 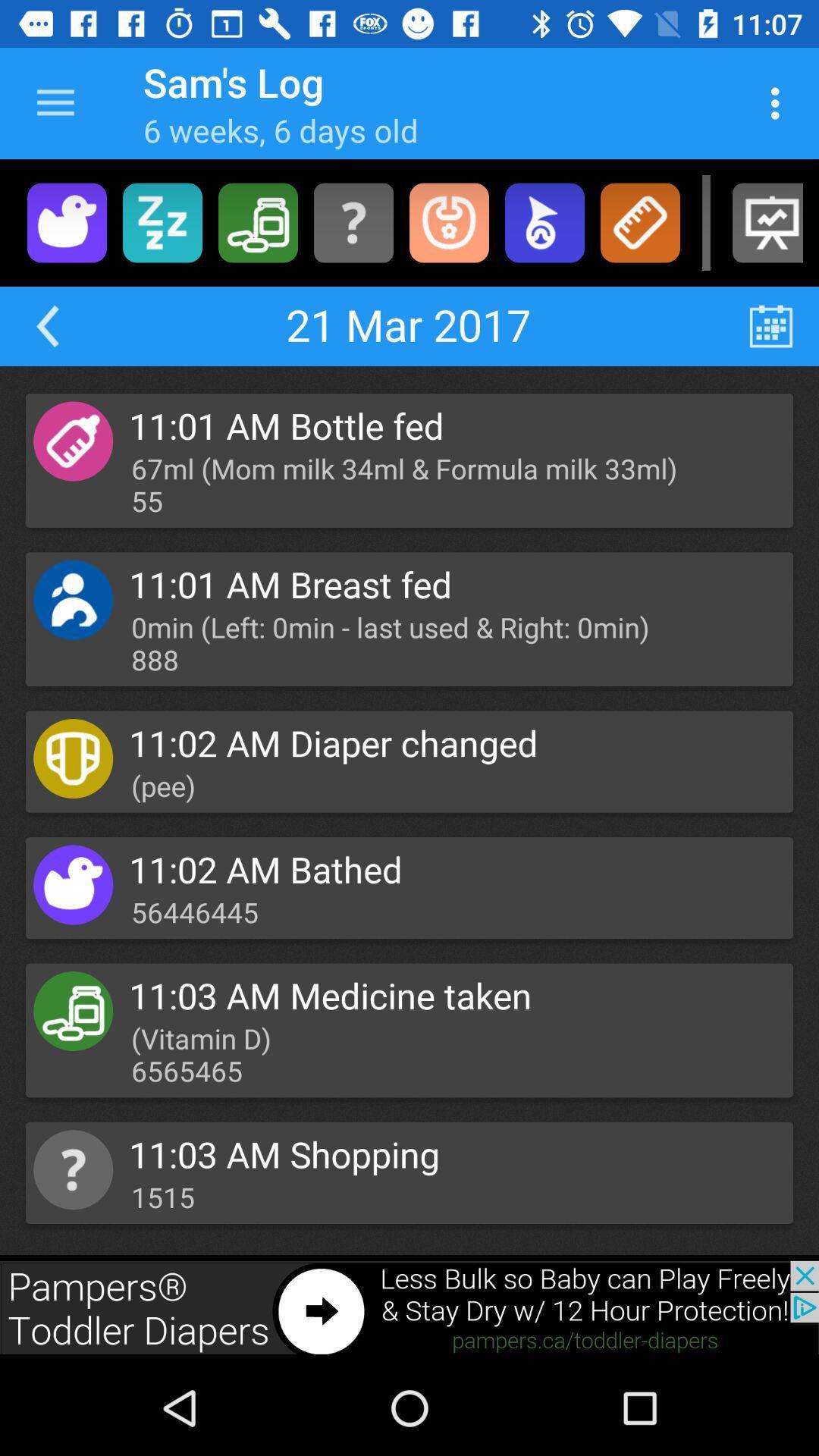 I want to click on ask a question, so click(x=353, y=221).